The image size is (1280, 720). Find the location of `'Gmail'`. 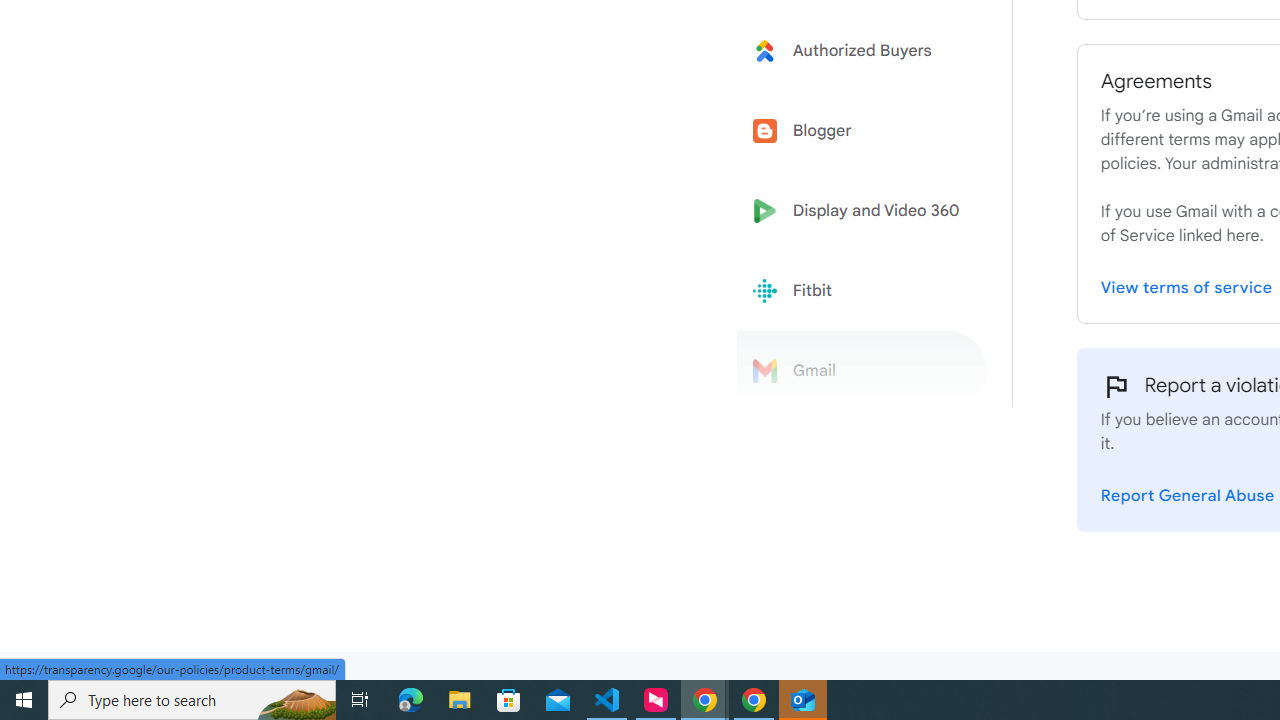

'Gmail' is located at coordinates (862, 371).